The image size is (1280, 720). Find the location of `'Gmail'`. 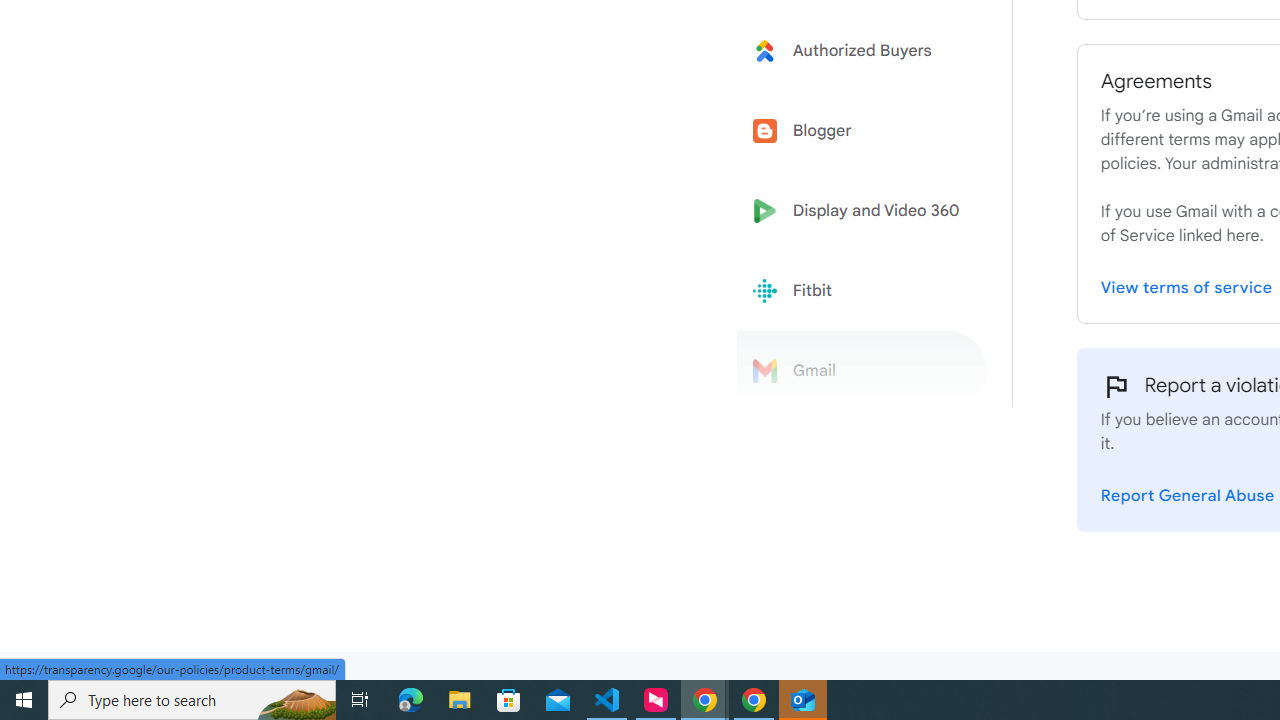

'Gmail' is located at coordinates (862, 371).